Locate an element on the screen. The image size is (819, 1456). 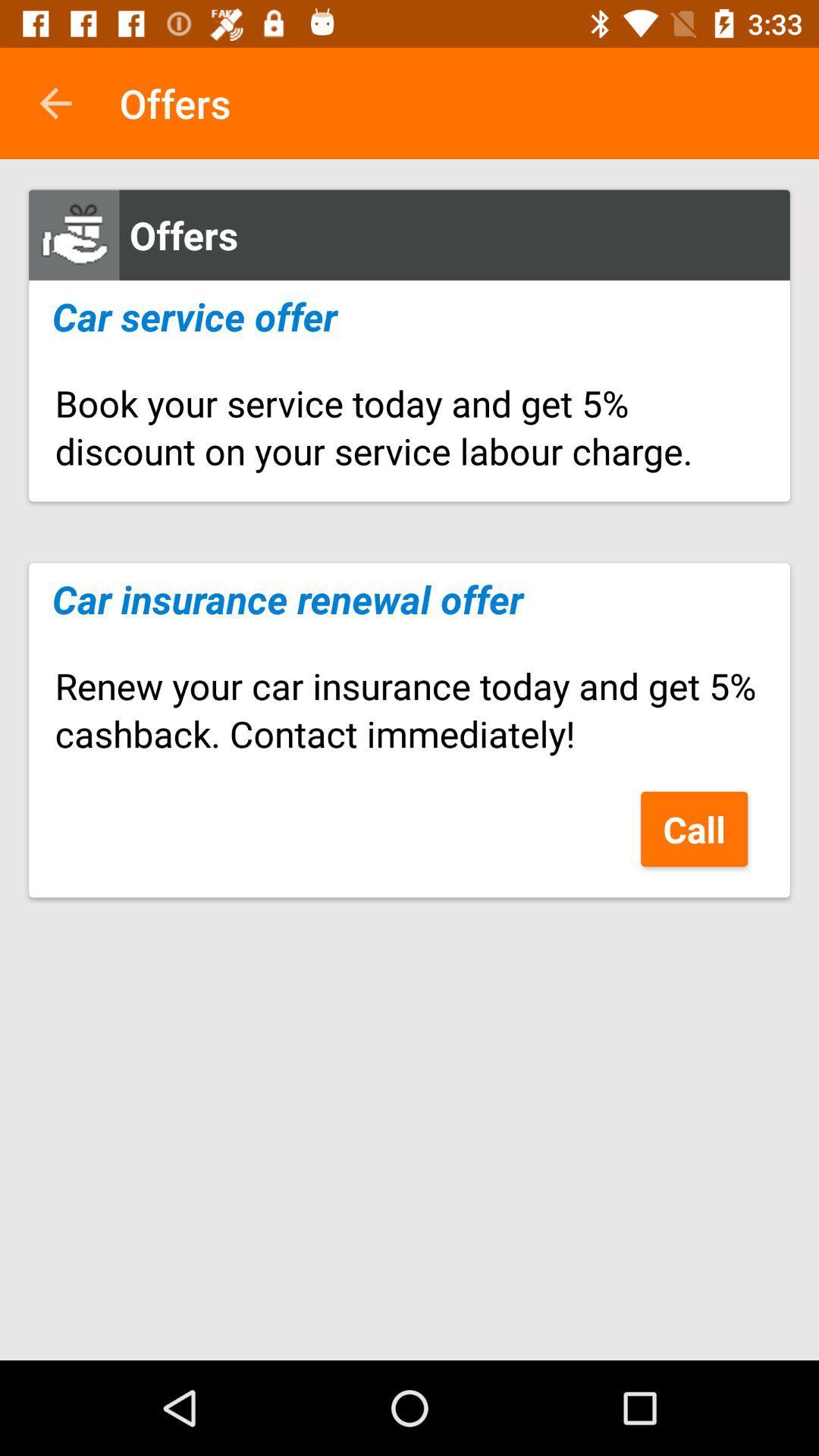
the icon below renew your car item is located at coordinates (694, 828).